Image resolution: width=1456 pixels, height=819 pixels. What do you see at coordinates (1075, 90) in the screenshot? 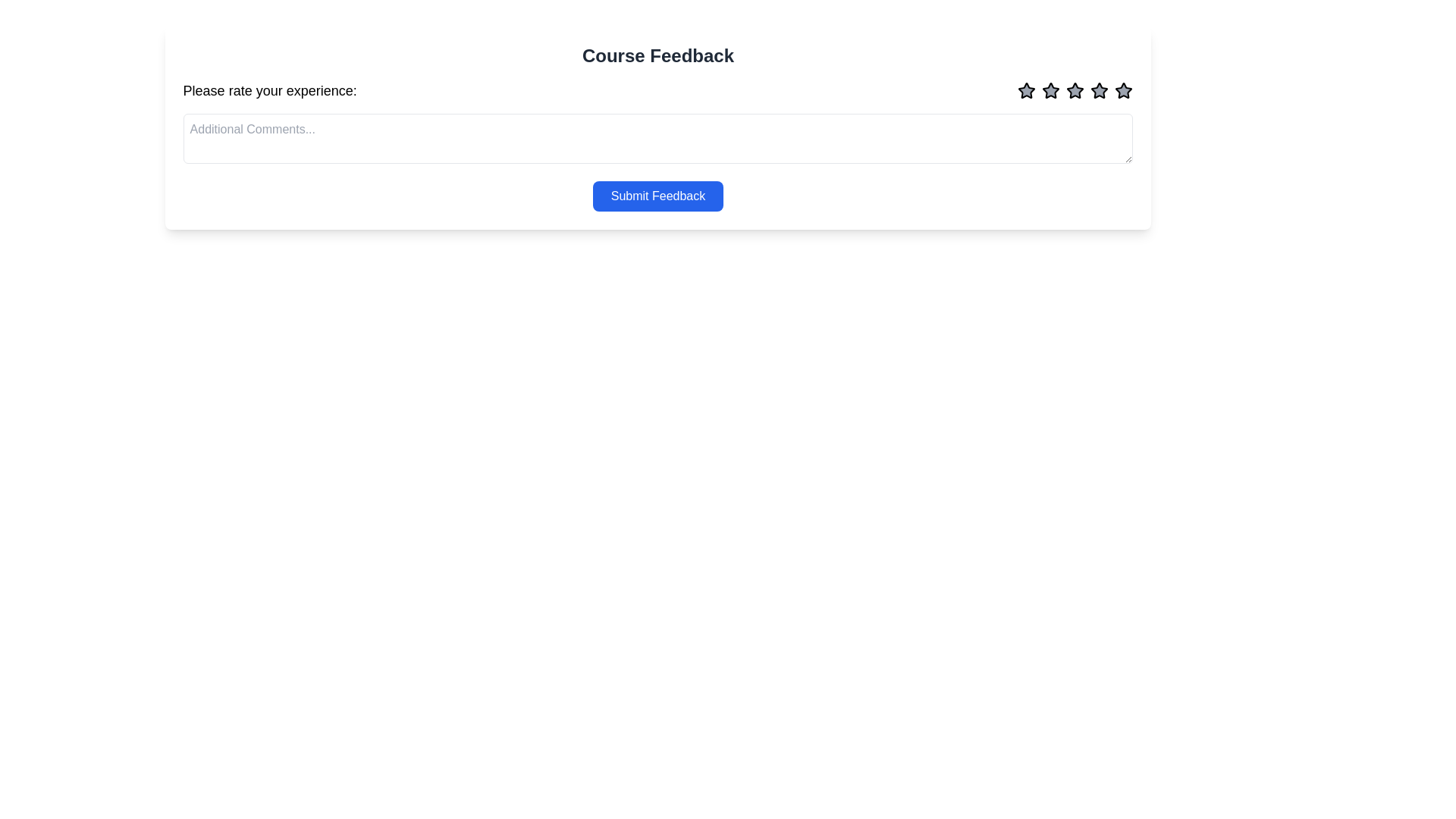
I see `the third rating star in the rating interface` at bounding box center [1075, 90].